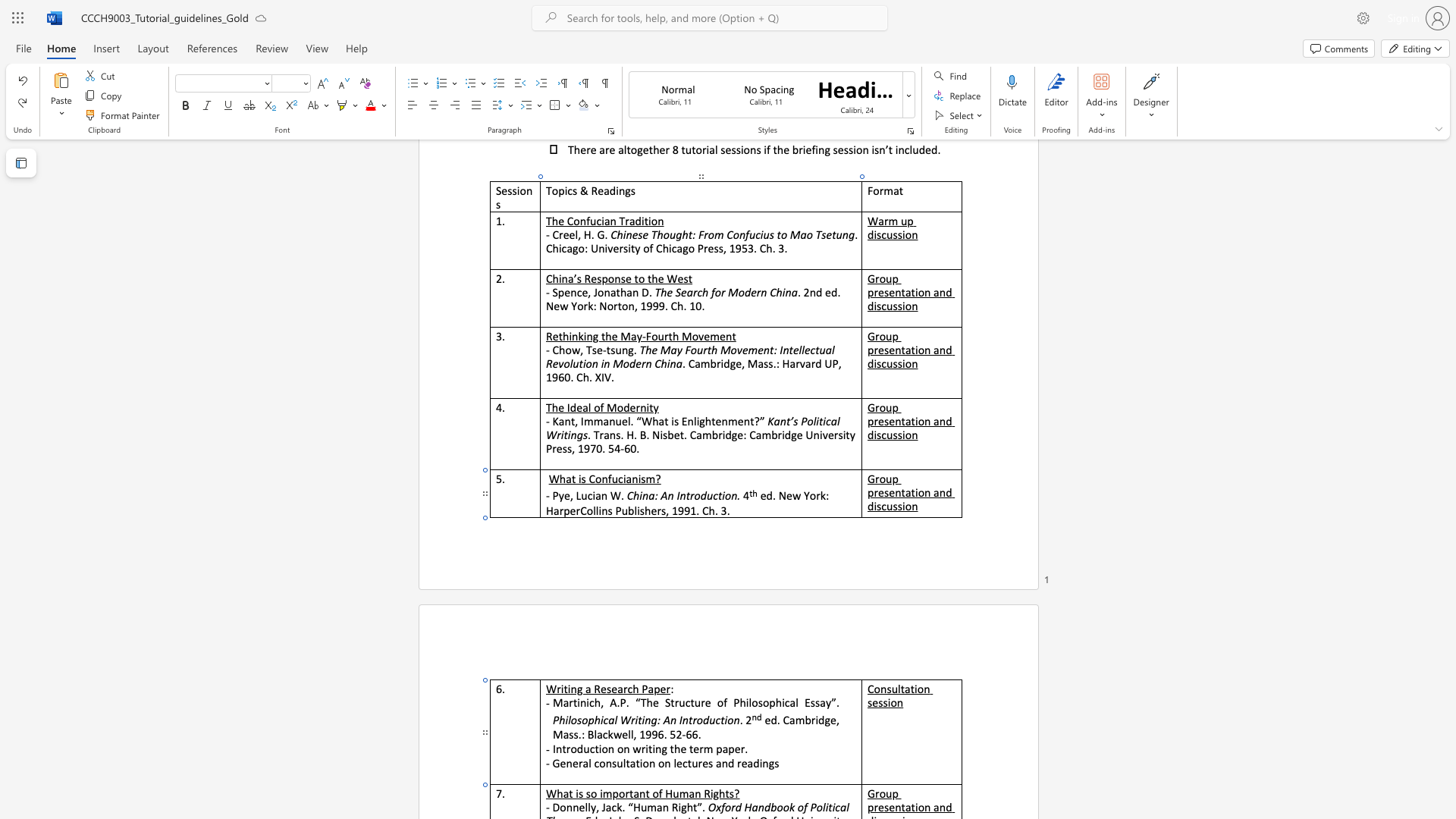 The width and height of the screenshot is (1456, 819). What do you see at coordinates (718, 748) in the screenshot?
I see `the 1th character "p" in the text` at bounding box center [718, 748].